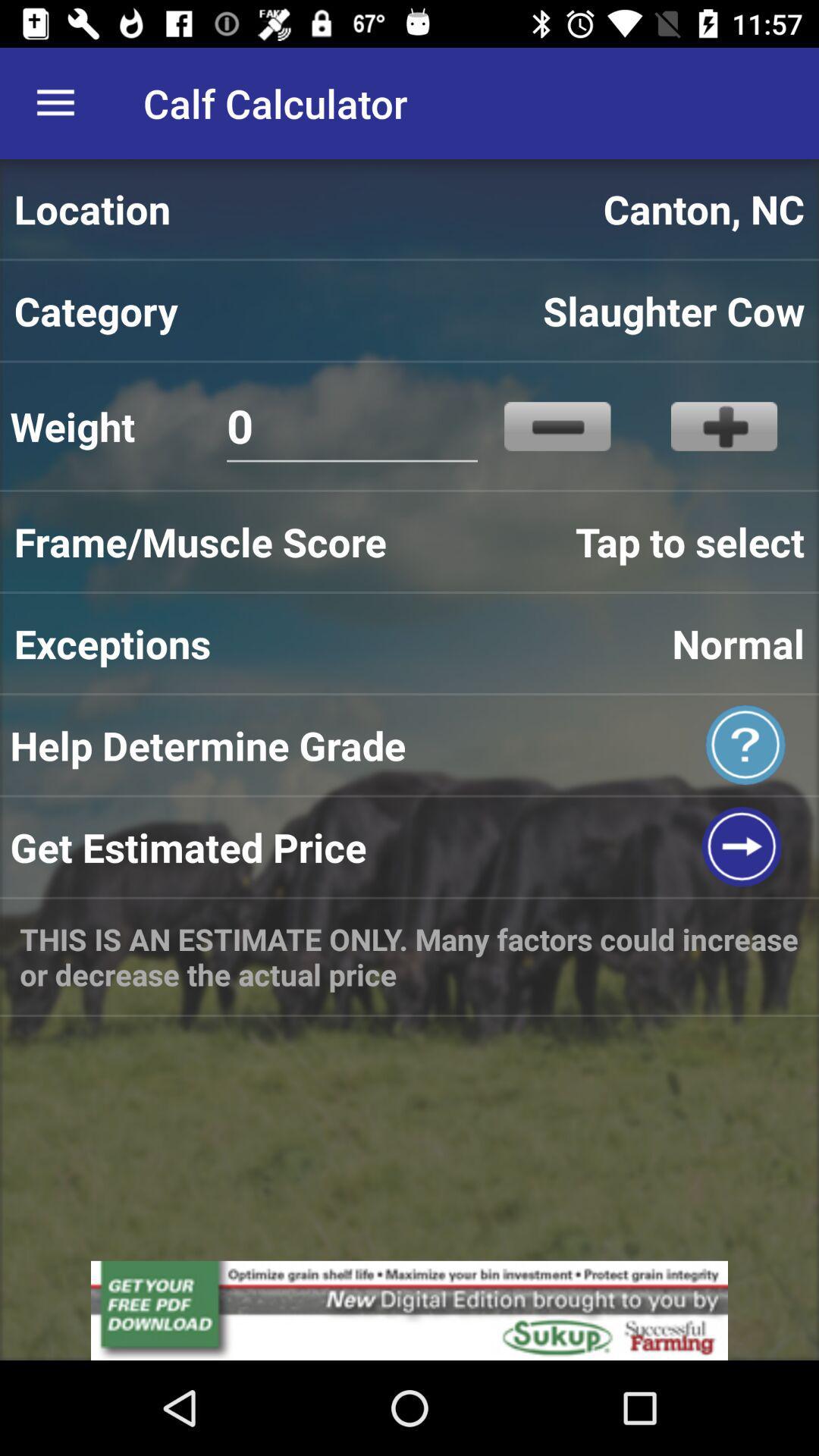  Describe the element at coordinates (723, 425) in the screenshot. I see `weight` at that location.